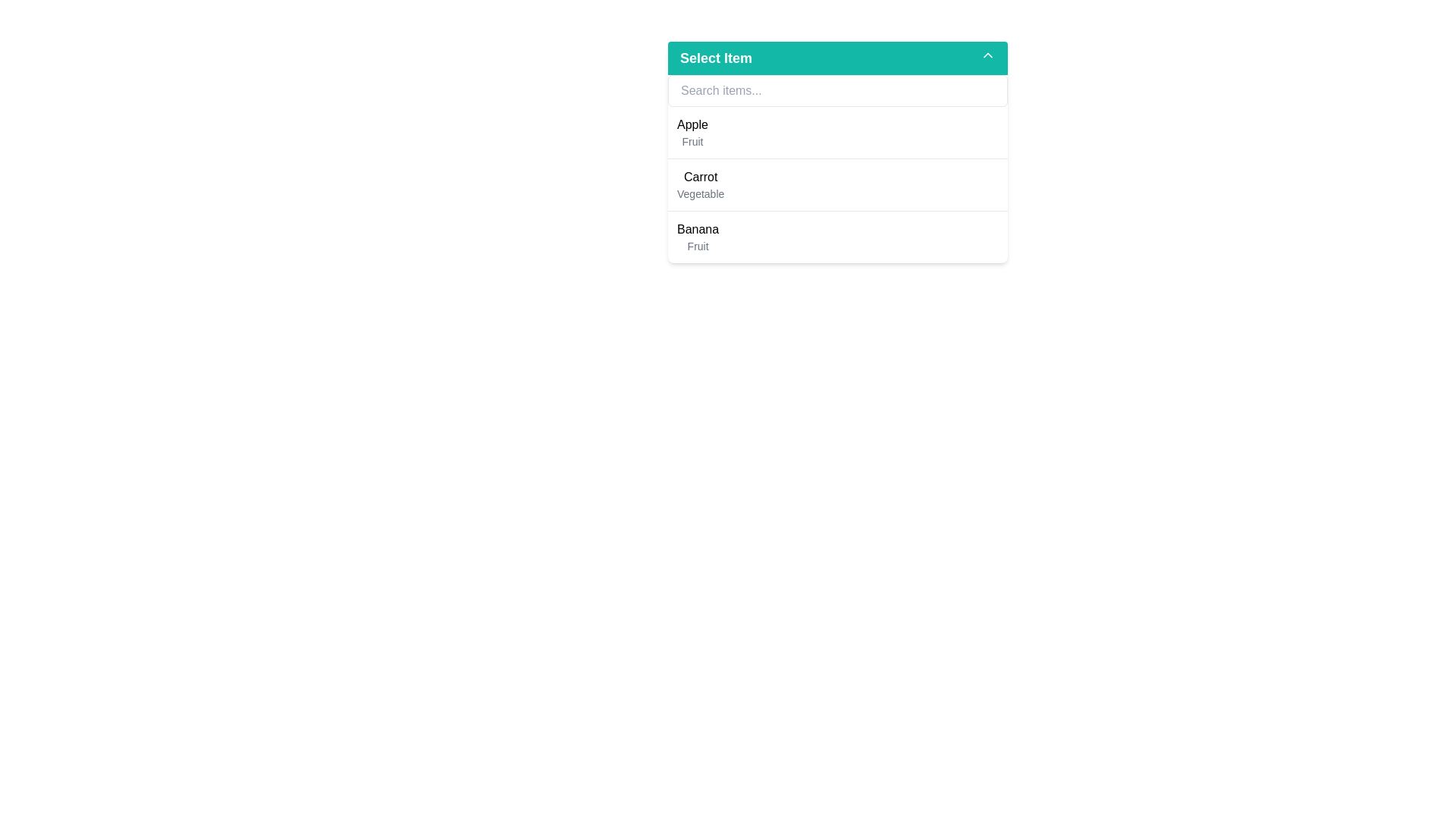 This screenshot has height=819, width=1456. I want to click on text label that identifies the item in the dropdown menu, positioned under the green header 'Select Item', so click(697, 230).